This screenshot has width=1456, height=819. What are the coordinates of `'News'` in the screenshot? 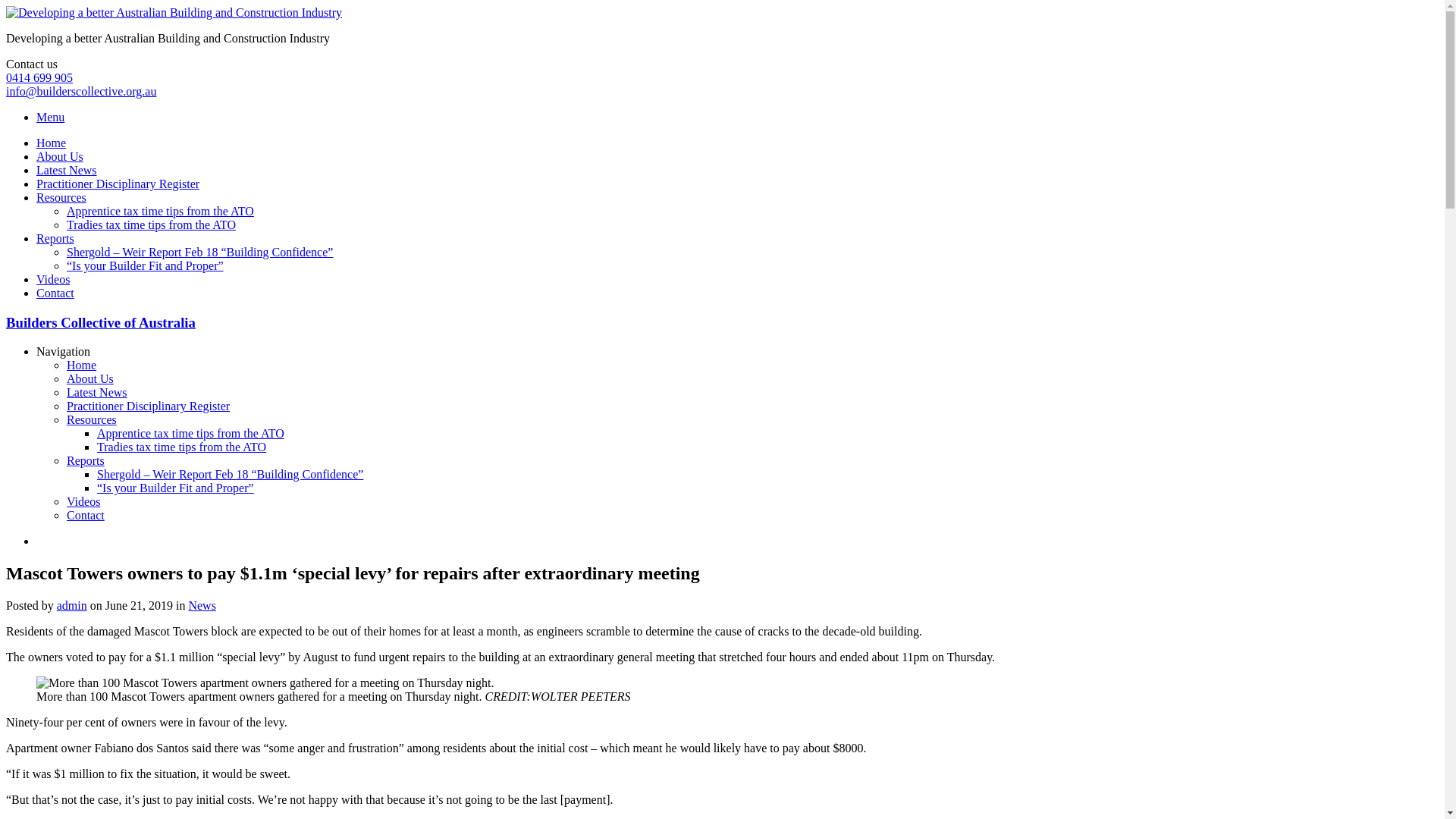 It's located at (187, 604).